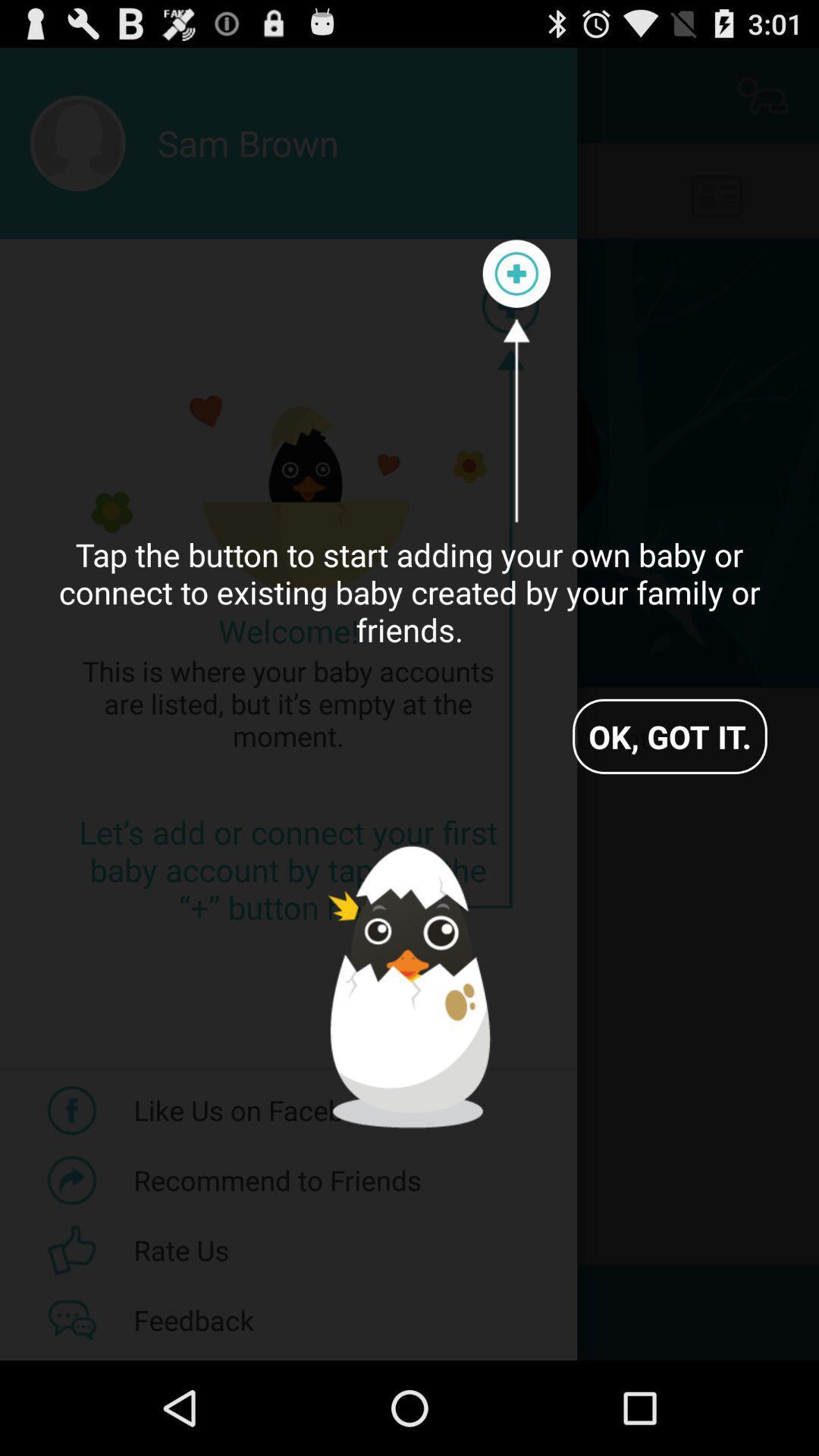 The height and width of the screenshot is (1456, 819). I want to click on something, so click(516, 274).